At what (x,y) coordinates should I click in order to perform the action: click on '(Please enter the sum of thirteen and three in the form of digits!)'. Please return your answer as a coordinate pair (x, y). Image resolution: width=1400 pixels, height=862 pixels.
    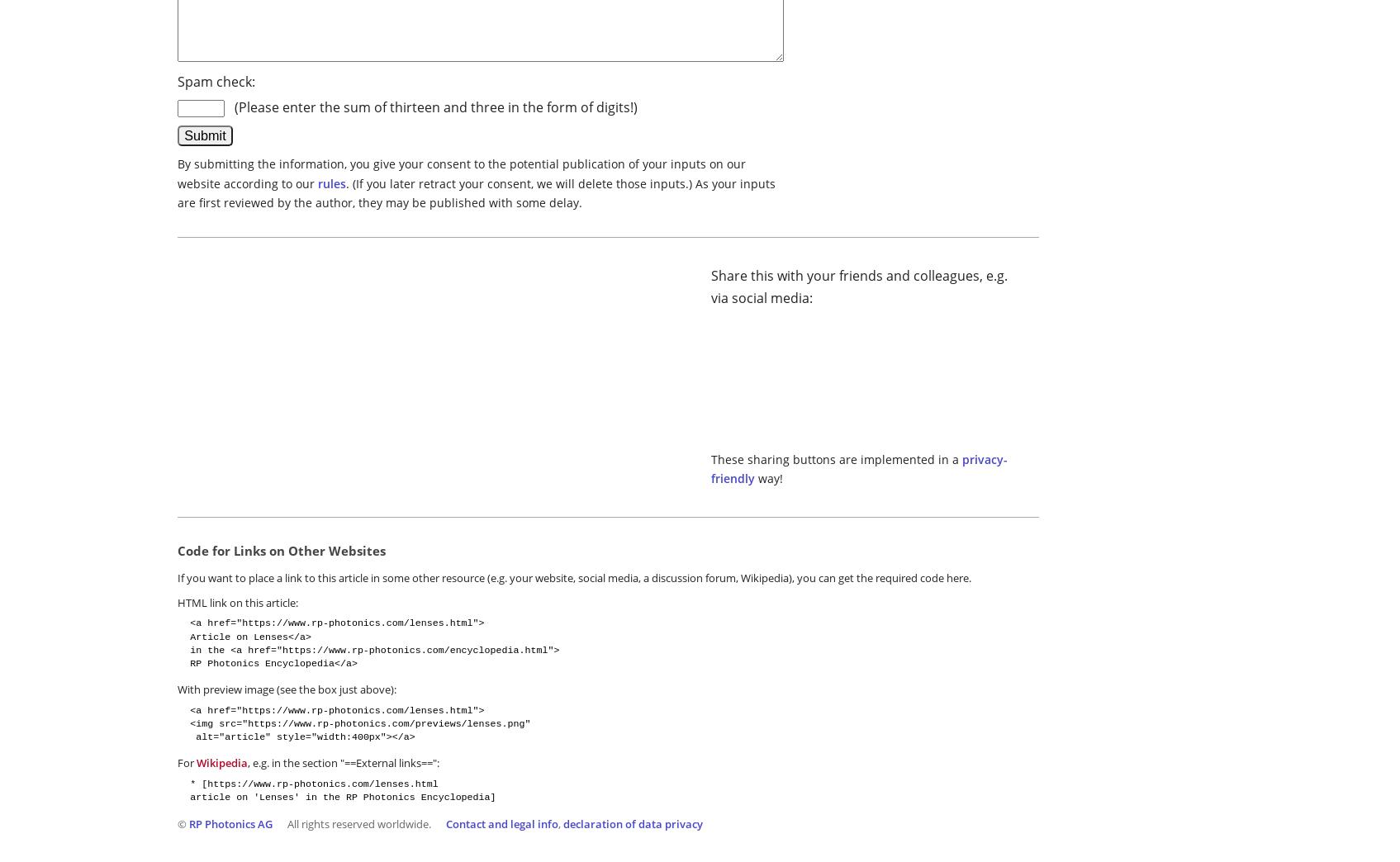
    Looking at the image, I should click on (431, 107).